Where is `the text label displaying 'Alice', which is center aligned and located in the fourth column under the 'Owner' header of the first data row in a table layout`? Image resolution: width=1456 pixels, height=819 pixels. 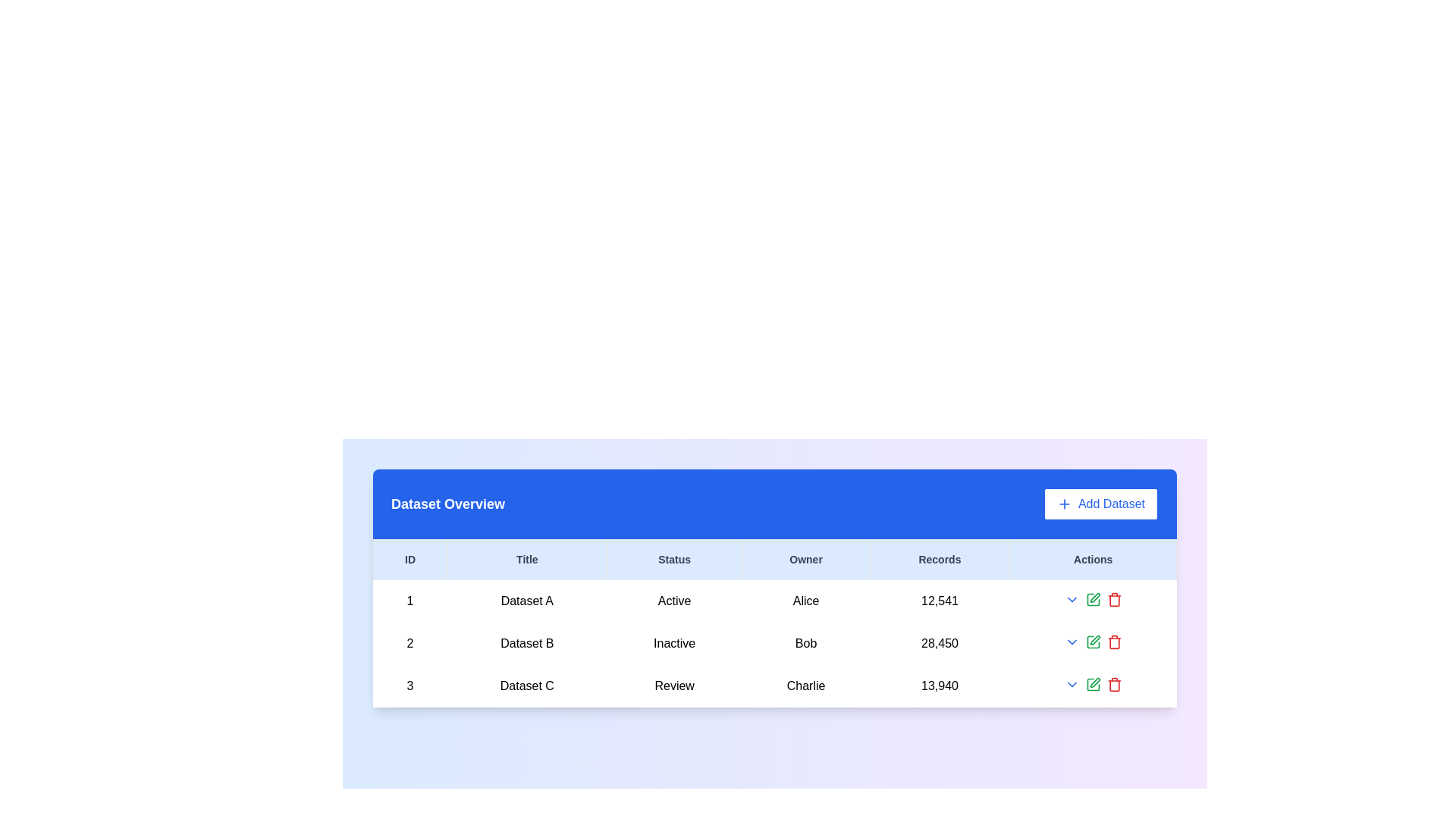
the text label displaying 'Alice', which is center aligned and located in the fourth column under the 'Owner' header of the first data row in a table layout is located at coordinates (805, 601).